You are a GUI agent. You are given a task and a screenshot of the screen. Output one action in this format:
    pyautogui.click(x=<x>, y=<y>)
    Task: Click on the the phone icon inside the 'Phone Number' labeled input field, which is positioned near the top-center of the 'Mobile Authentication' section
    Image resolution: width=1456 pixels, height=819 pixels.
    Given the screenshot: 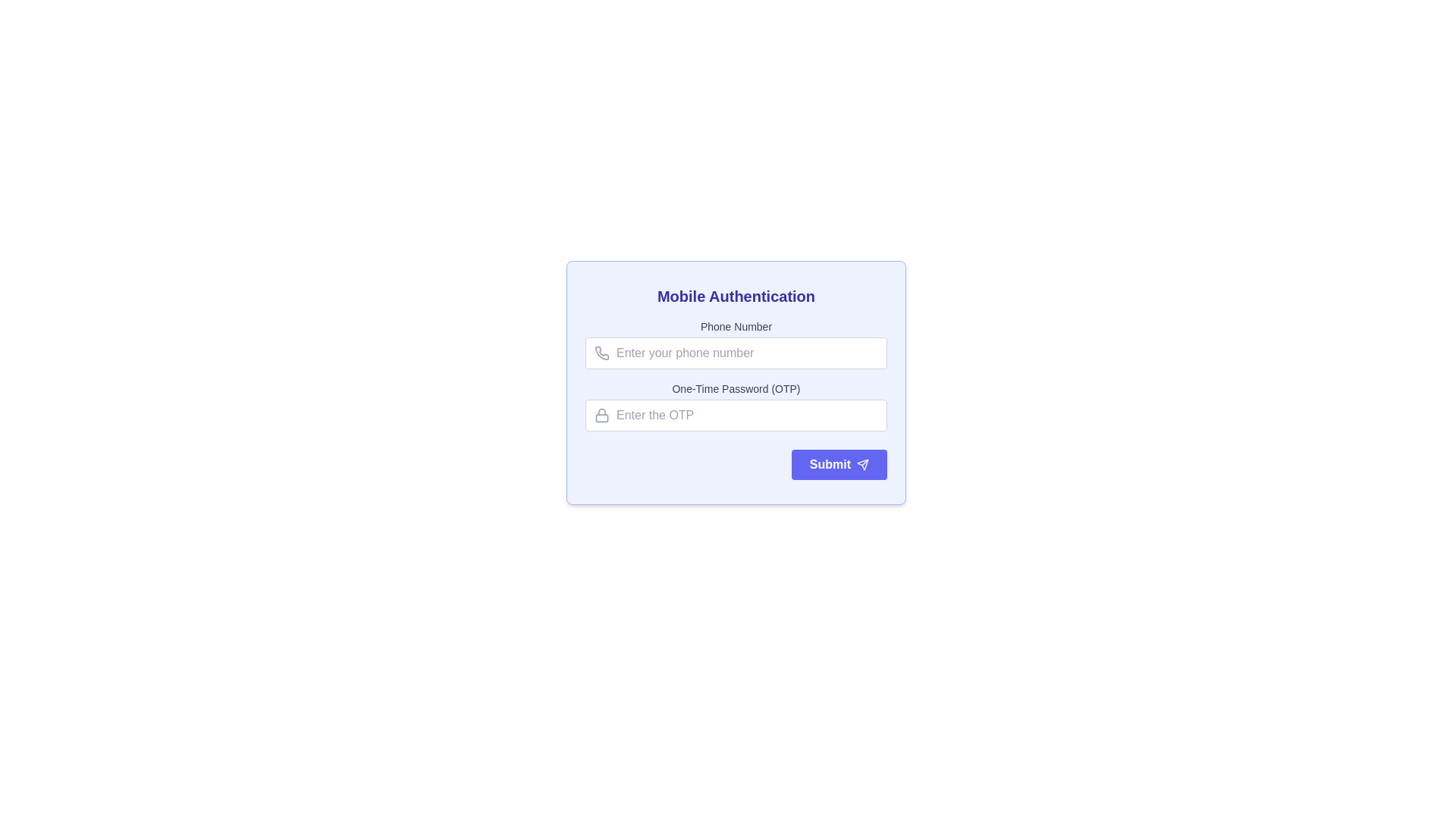 What is the action you would take?
    pyautogui.click(x=736, y=344)
    